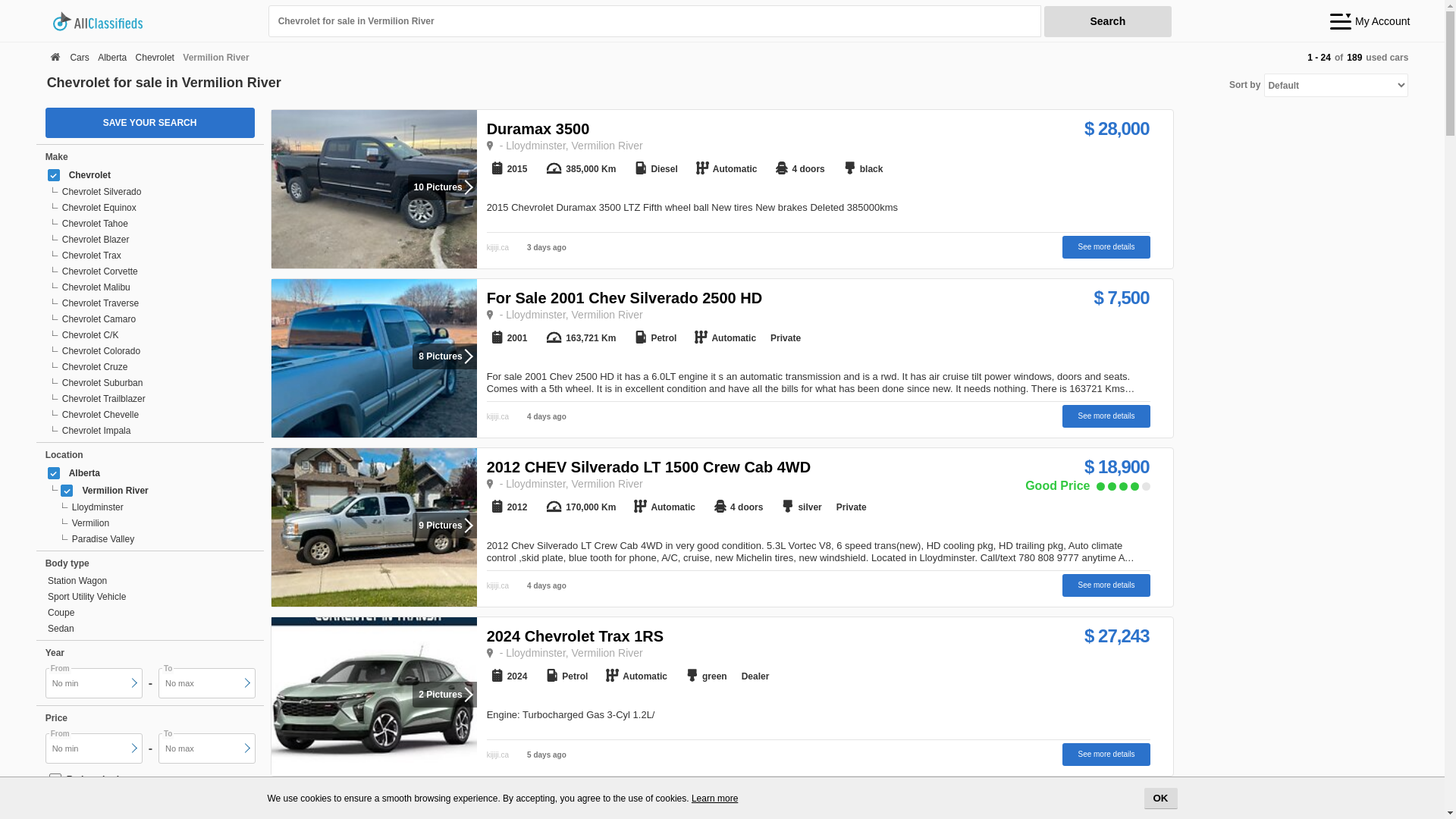 The image size is (1456, 819). Describe the element at coordinates (153, 398) in the screenshot. I see `'Chevrolet Trailblazer'` at that location.